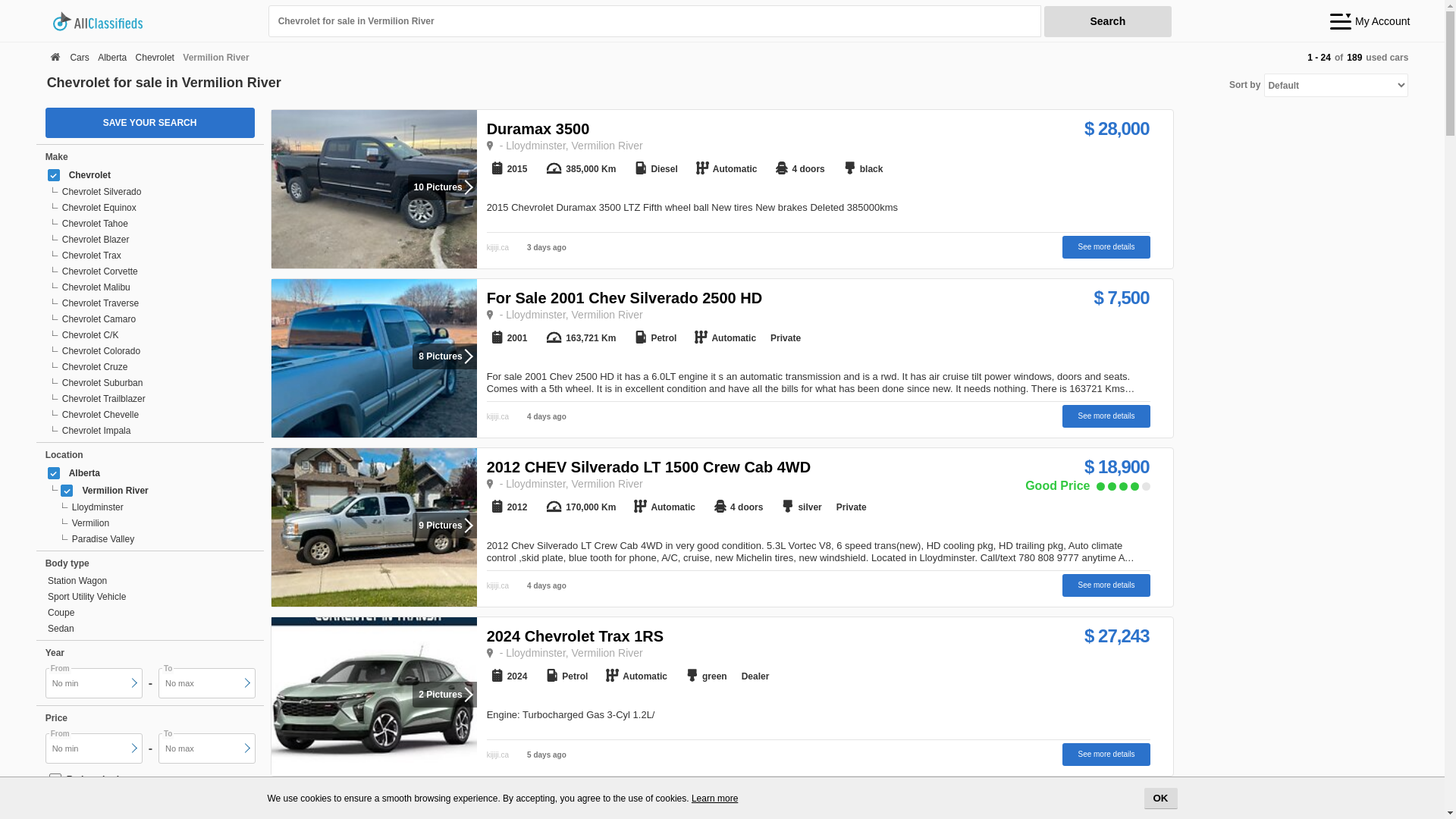 The image size is (1456, 819). Describe the element at coordinates (153, 398) in the screenshot. I see `'Chevrolet Trailblazer'` at that location.